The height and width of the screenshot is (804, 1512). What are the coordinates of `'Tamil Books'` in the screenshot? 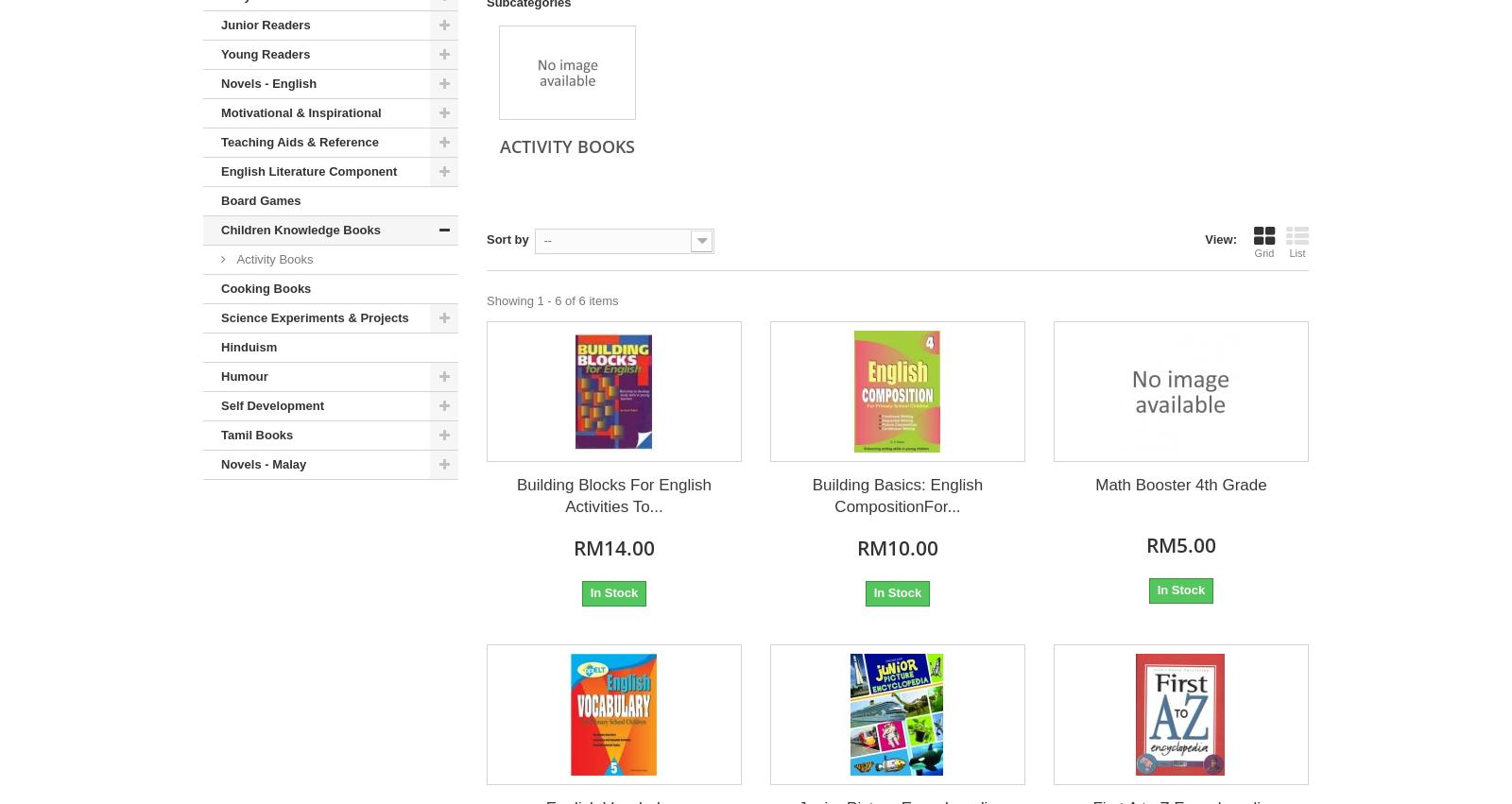 It's located at (257, 435).